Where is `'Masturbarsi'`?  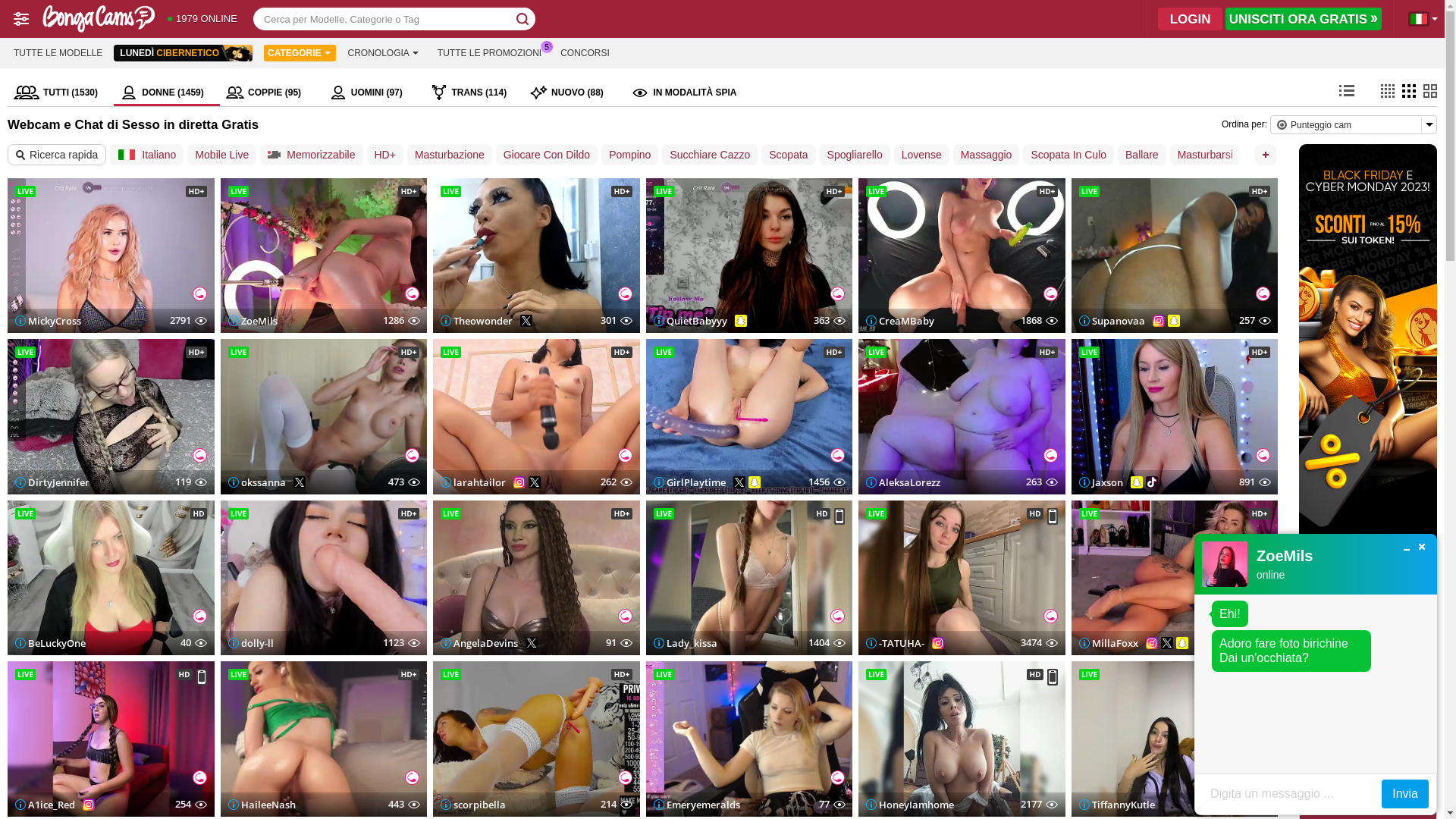 'Masturbarsi' is located at coordinates (1204, 155).